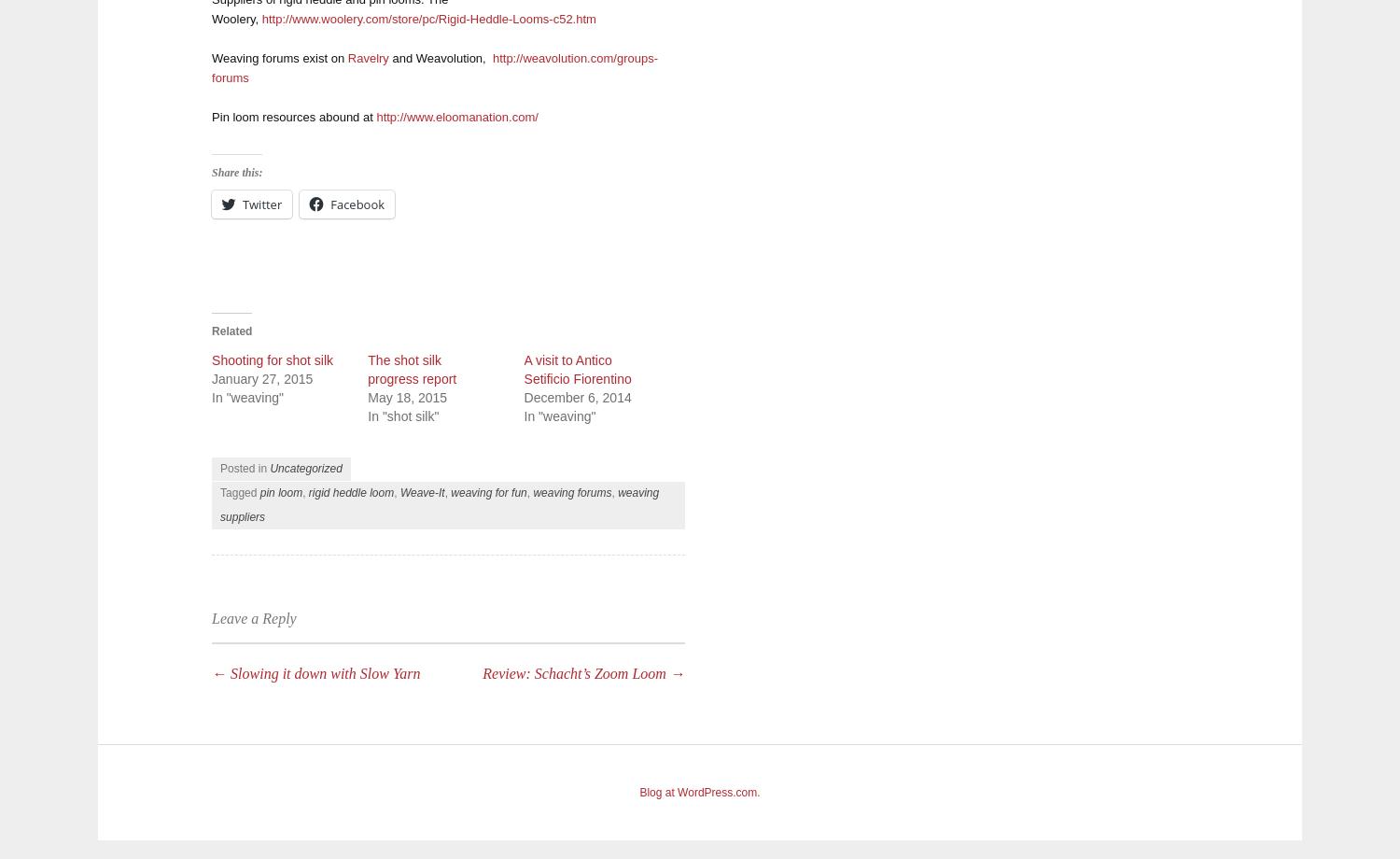 Image resolution: width=1400 pixels, height=859 pixels. I want to click on 'Blog at WordPress.com.', so click(698, 790).